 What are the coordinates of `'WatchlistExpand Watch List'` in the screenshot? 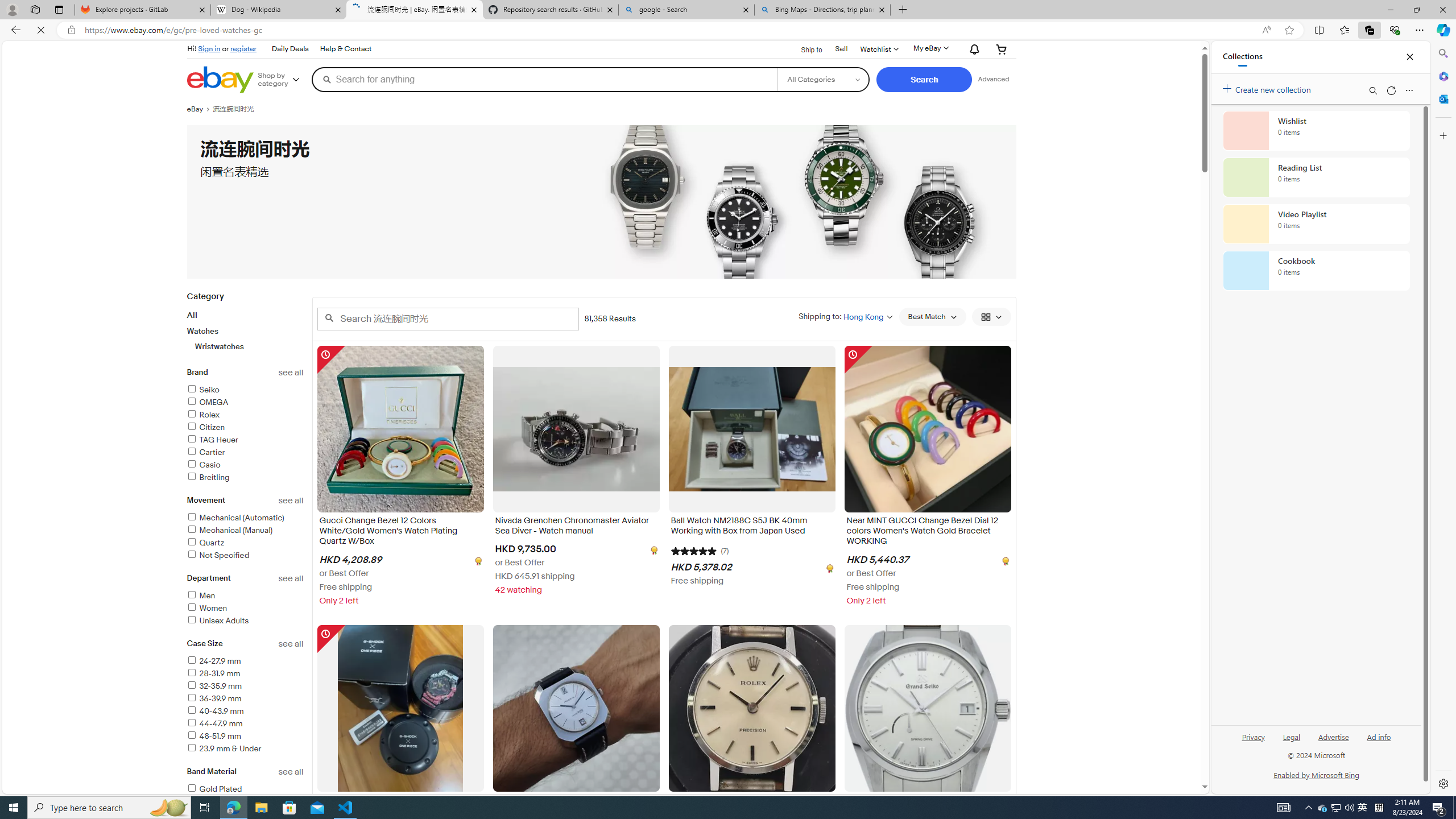 It's located at (878, 48).